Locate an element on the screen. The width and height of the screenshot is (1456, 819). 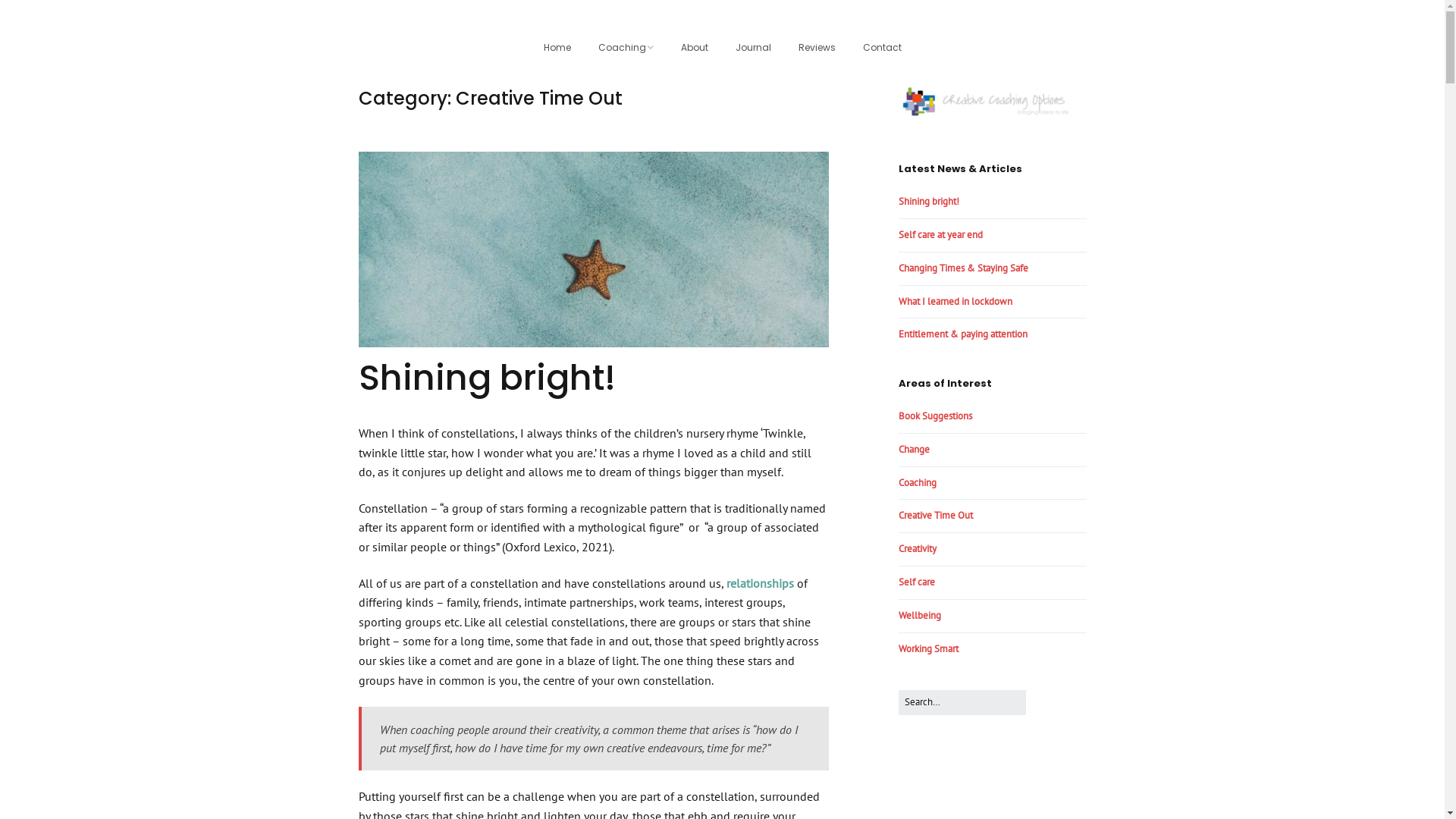
'Coaching' is located at coordinates (916, 482).